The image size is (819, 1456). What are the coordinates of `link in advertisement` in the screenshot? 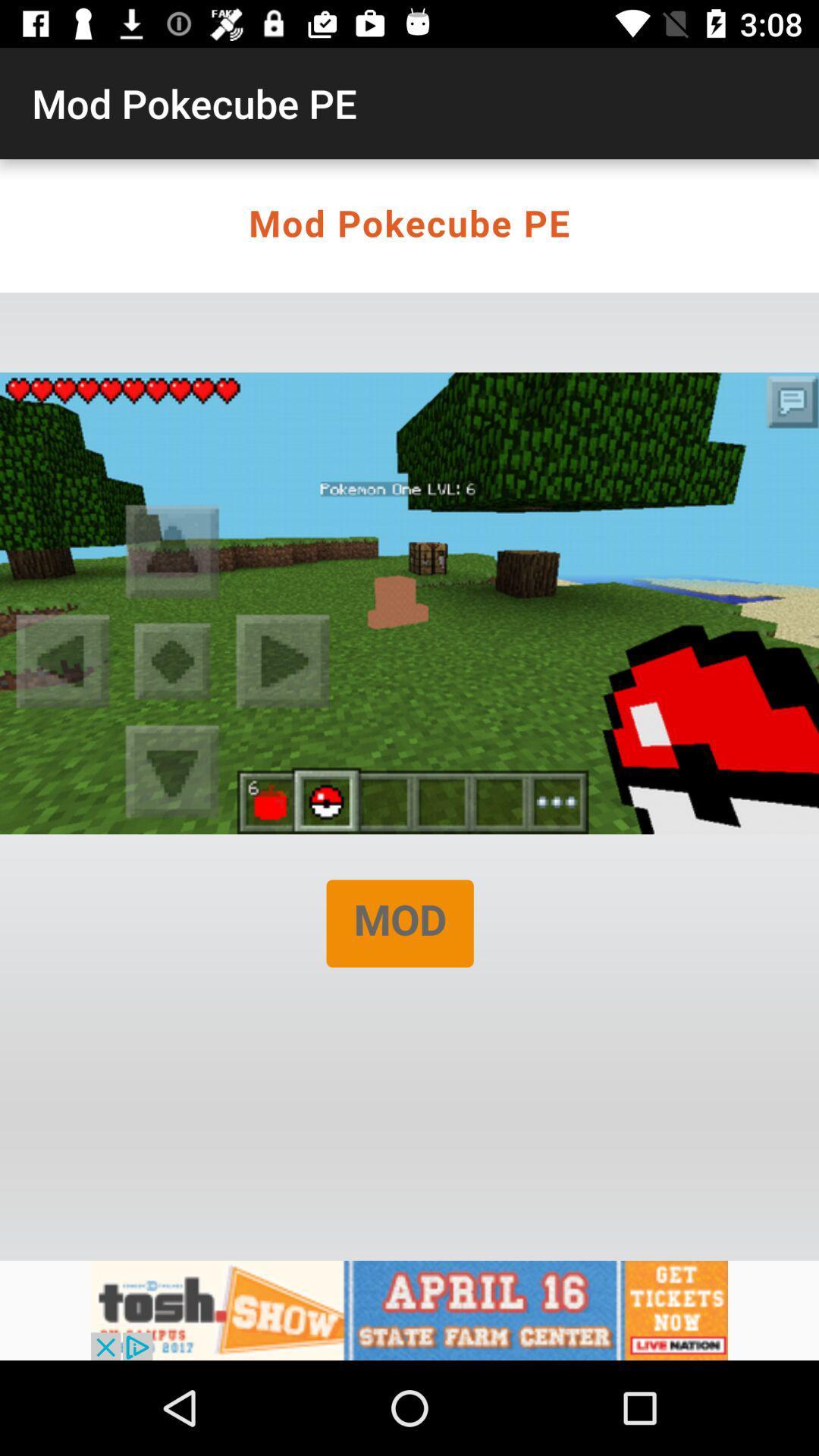 It's located at (409, 1310).